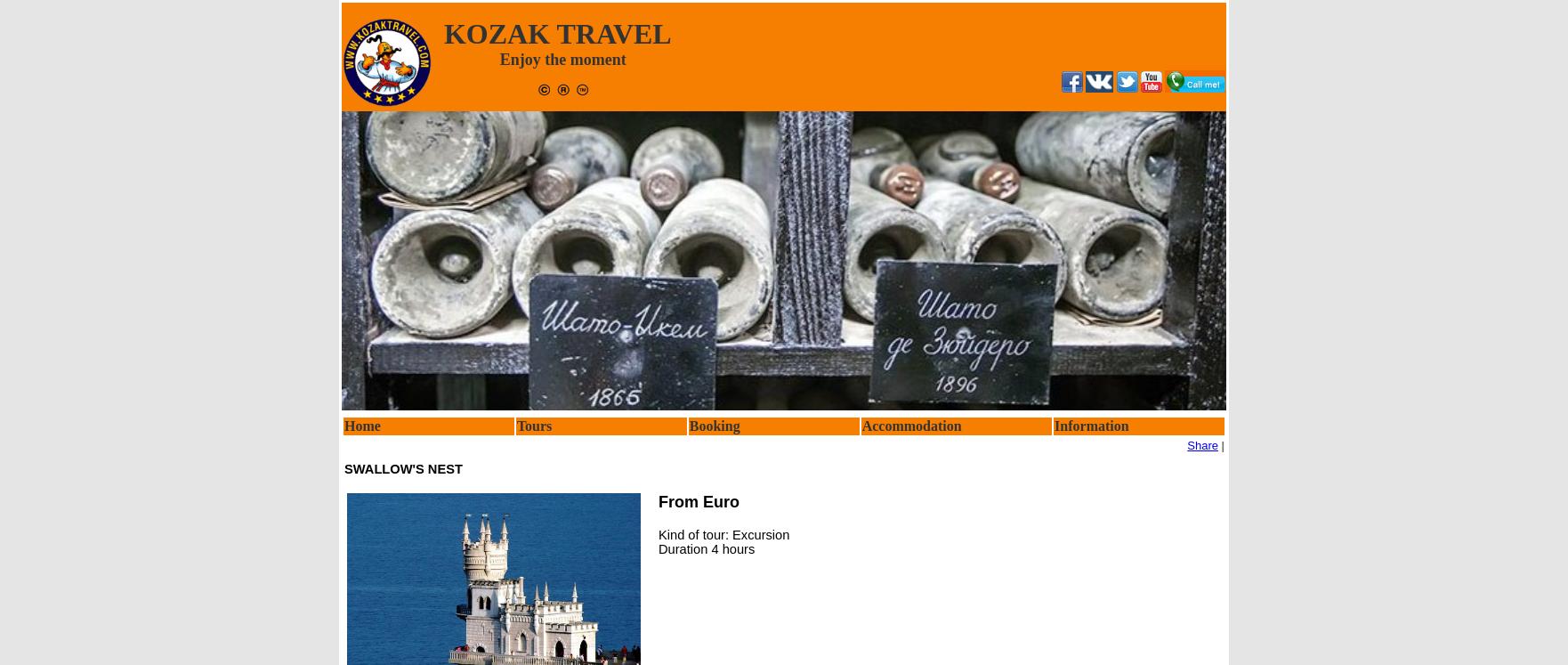 Image resolution: width=1568 pixels, height=665 pixels. I want to click on 'Crimean wine (8 days)', so click(586, 542).